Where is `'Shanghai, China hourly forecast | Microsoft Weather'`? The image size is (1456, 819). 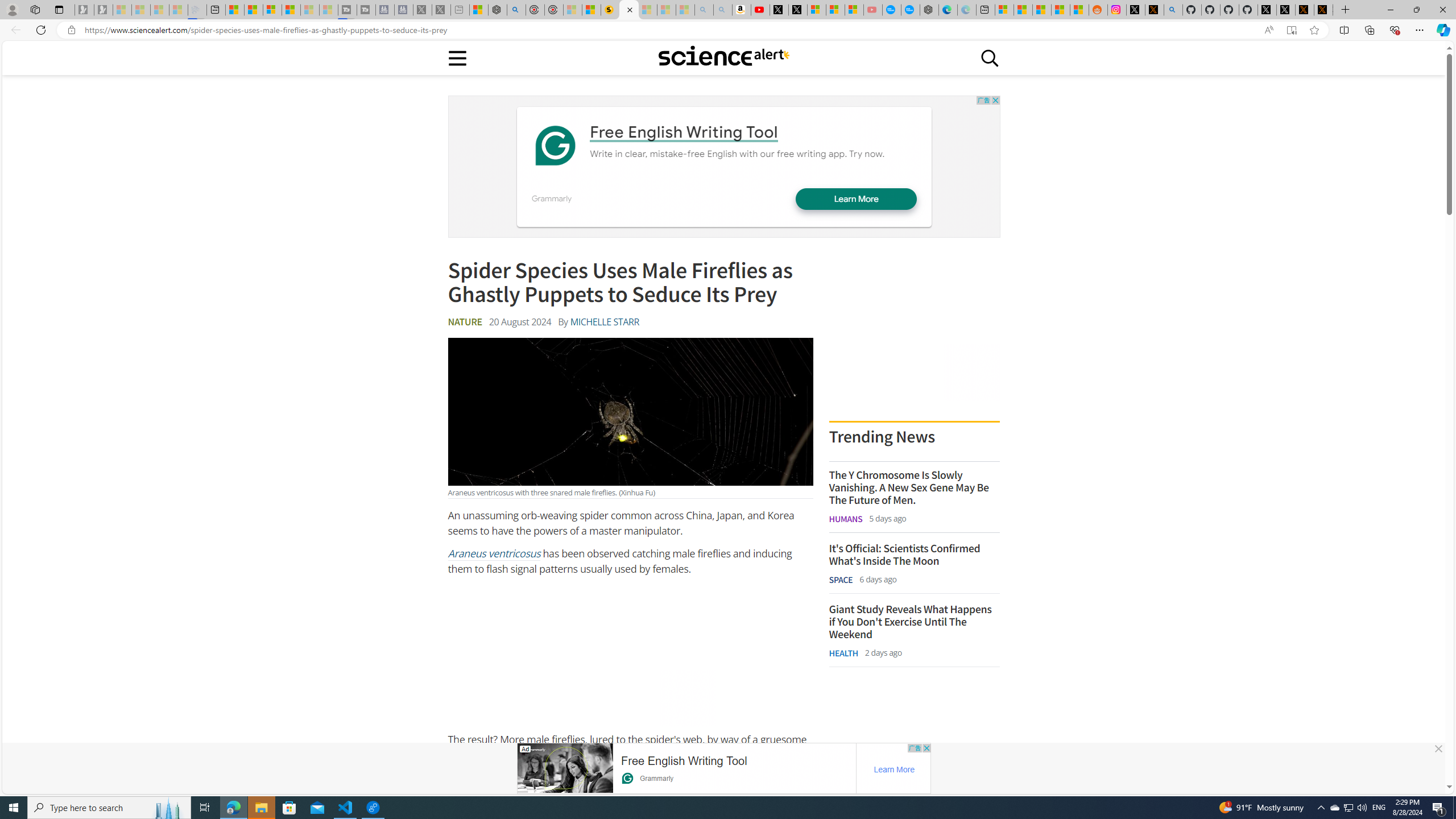 'Shanghai, China hourly forecast | Microsoft Weather' is located at coordinates (1041, 9).